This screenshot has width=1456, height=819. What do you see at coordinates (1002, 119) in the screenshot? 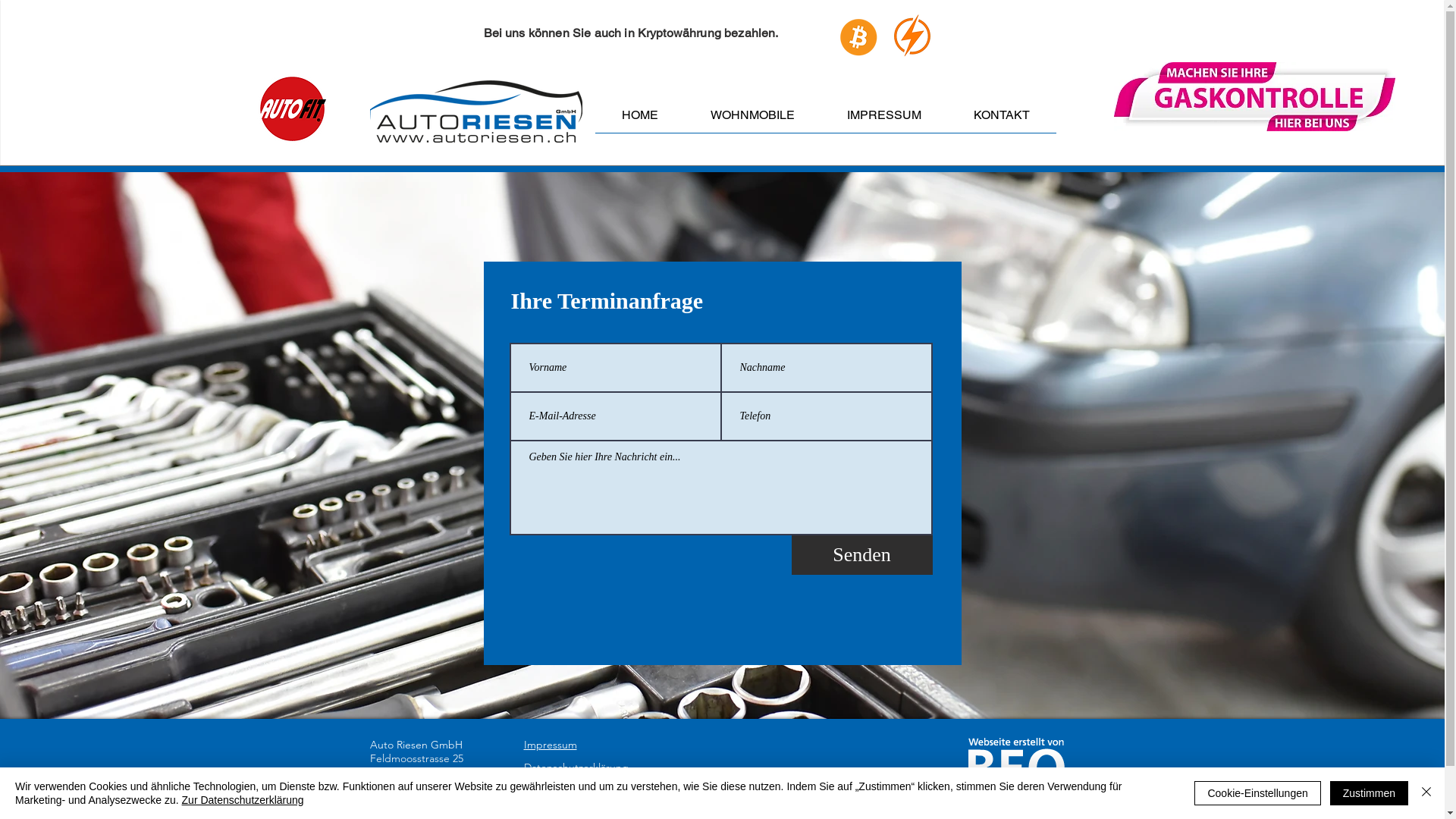
I see `'KONTAKT'` at bounding box center [1002, 119].